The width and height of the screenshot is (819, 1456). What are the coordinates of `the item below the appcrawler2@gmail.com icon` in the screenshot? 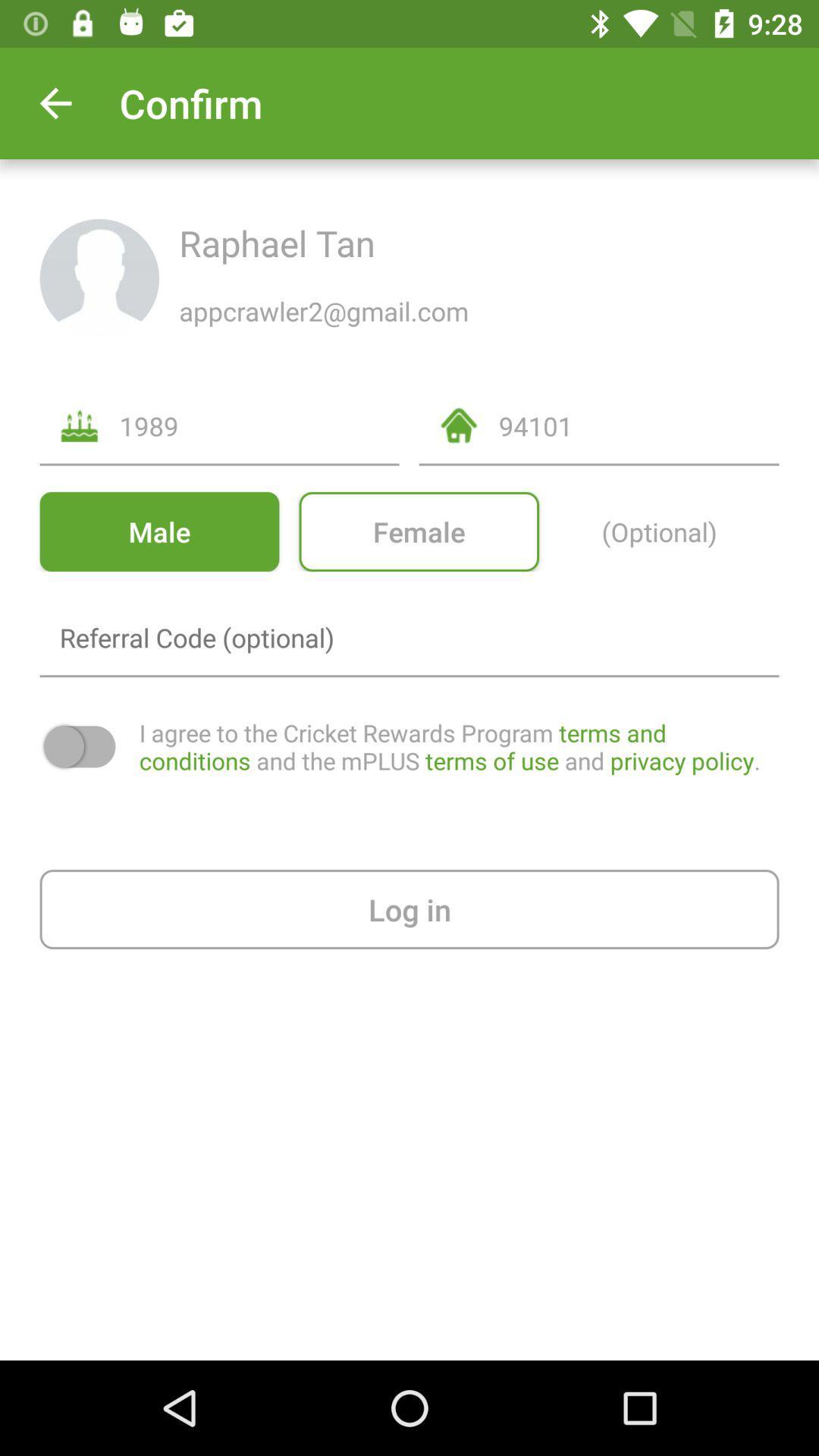 It's located at (639, 425).